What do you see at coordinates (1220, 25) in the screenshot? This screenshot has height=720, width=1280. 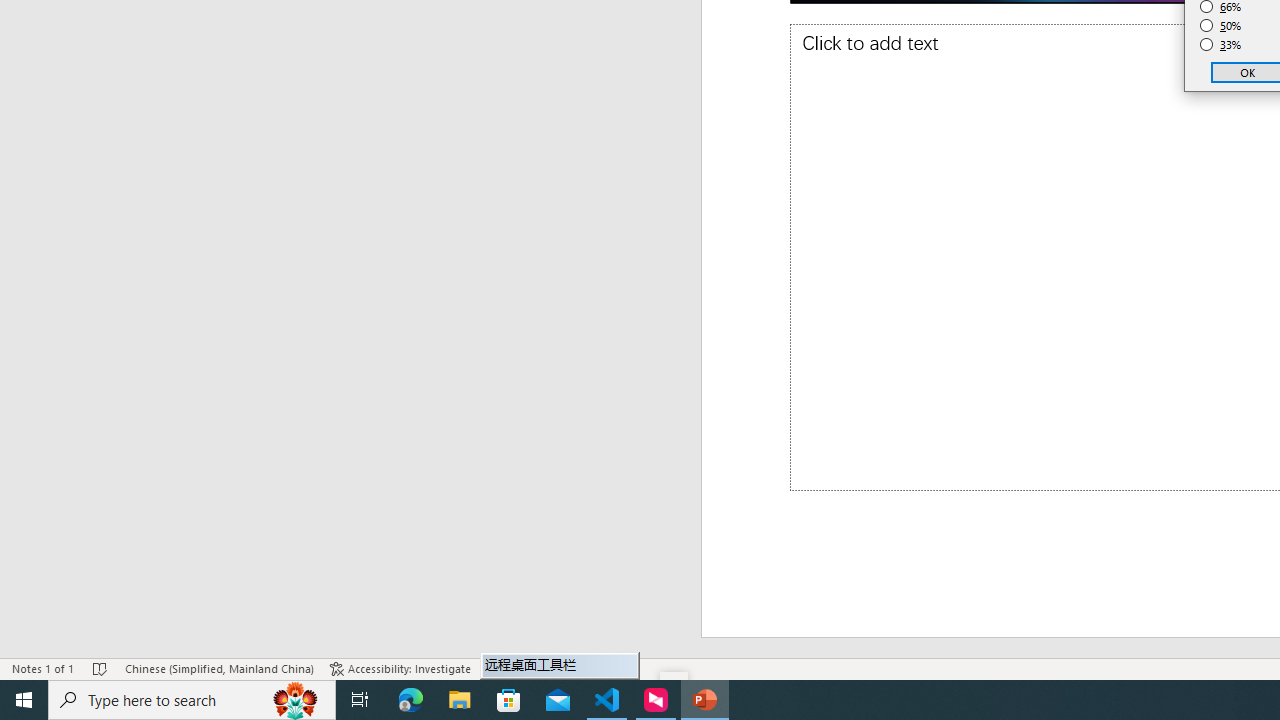 I see `'50%'` at bounding box center [1220, 25].